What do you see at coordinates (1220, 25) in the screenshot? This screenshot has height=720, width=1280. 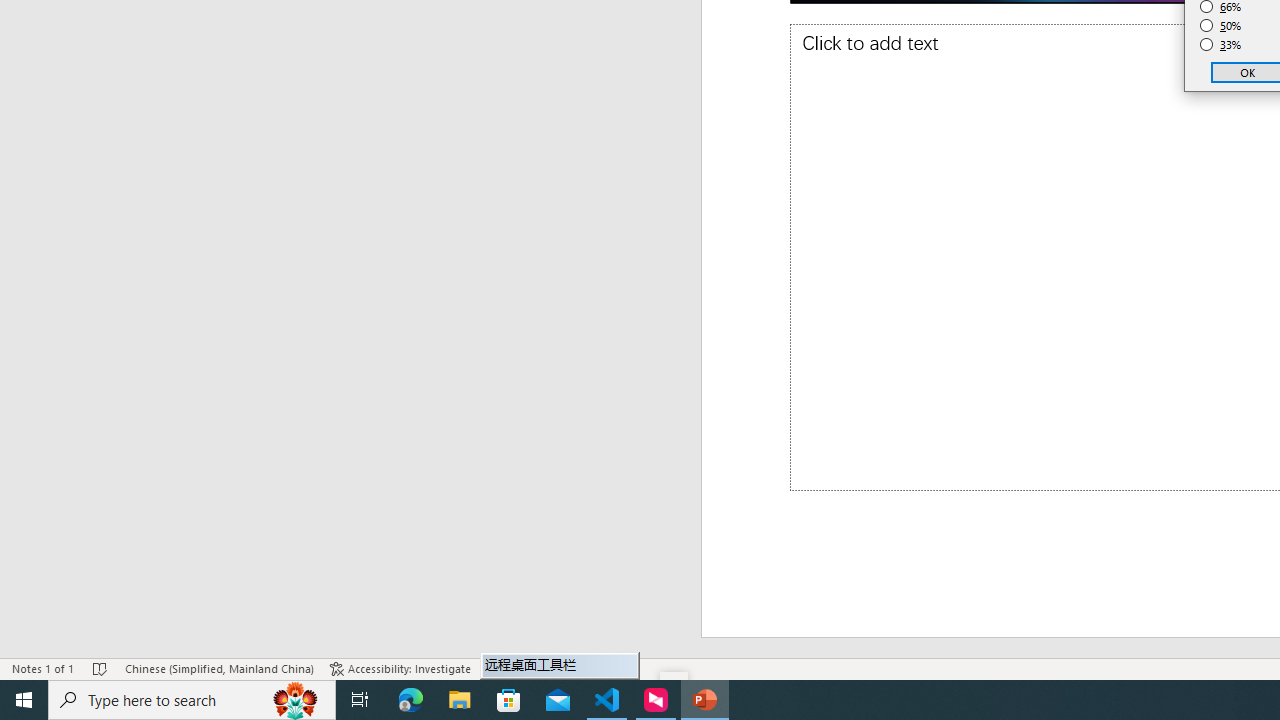 I see `'50%'` at bounding box center [1220, 25].